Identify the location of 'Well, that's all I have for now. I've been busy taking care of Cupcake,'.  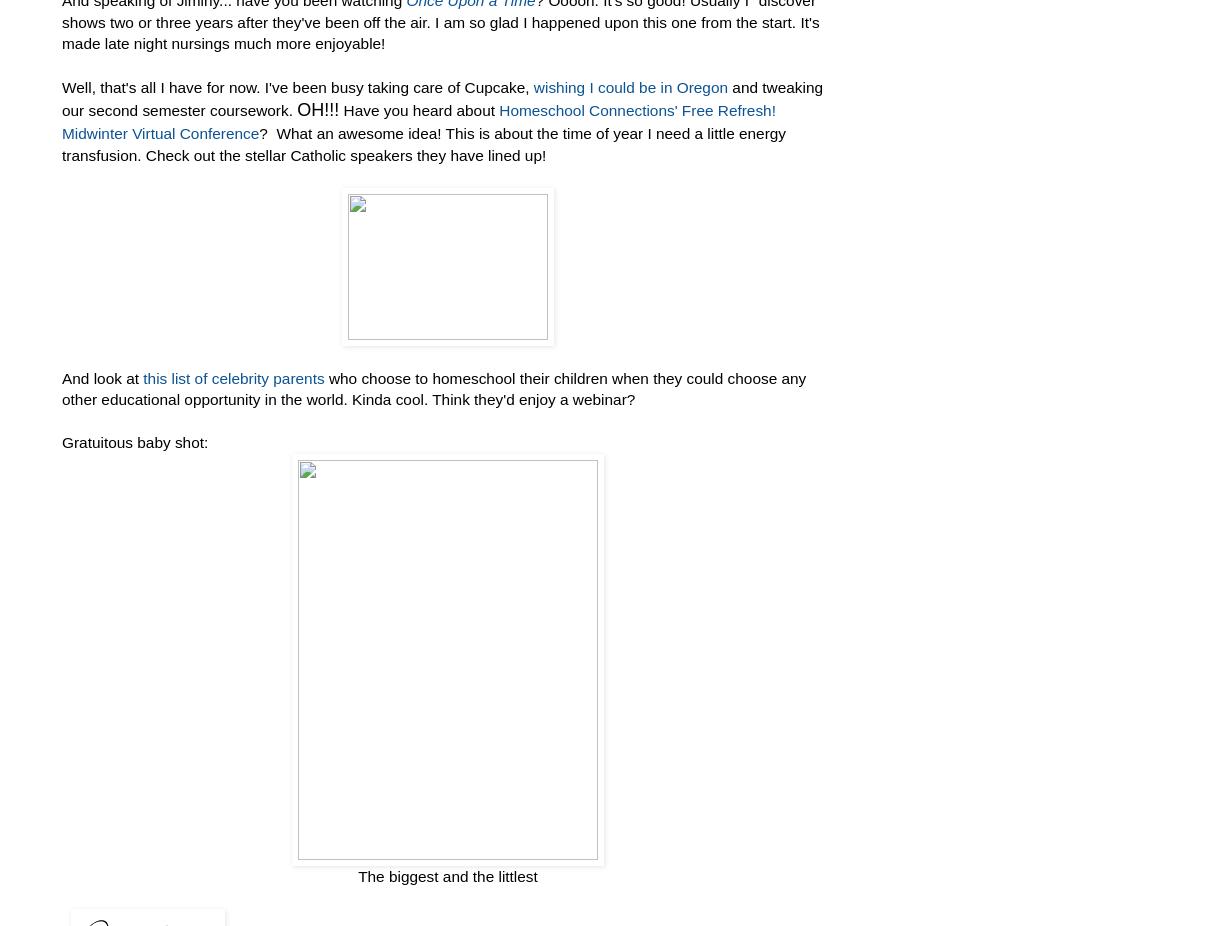
(297, 85).